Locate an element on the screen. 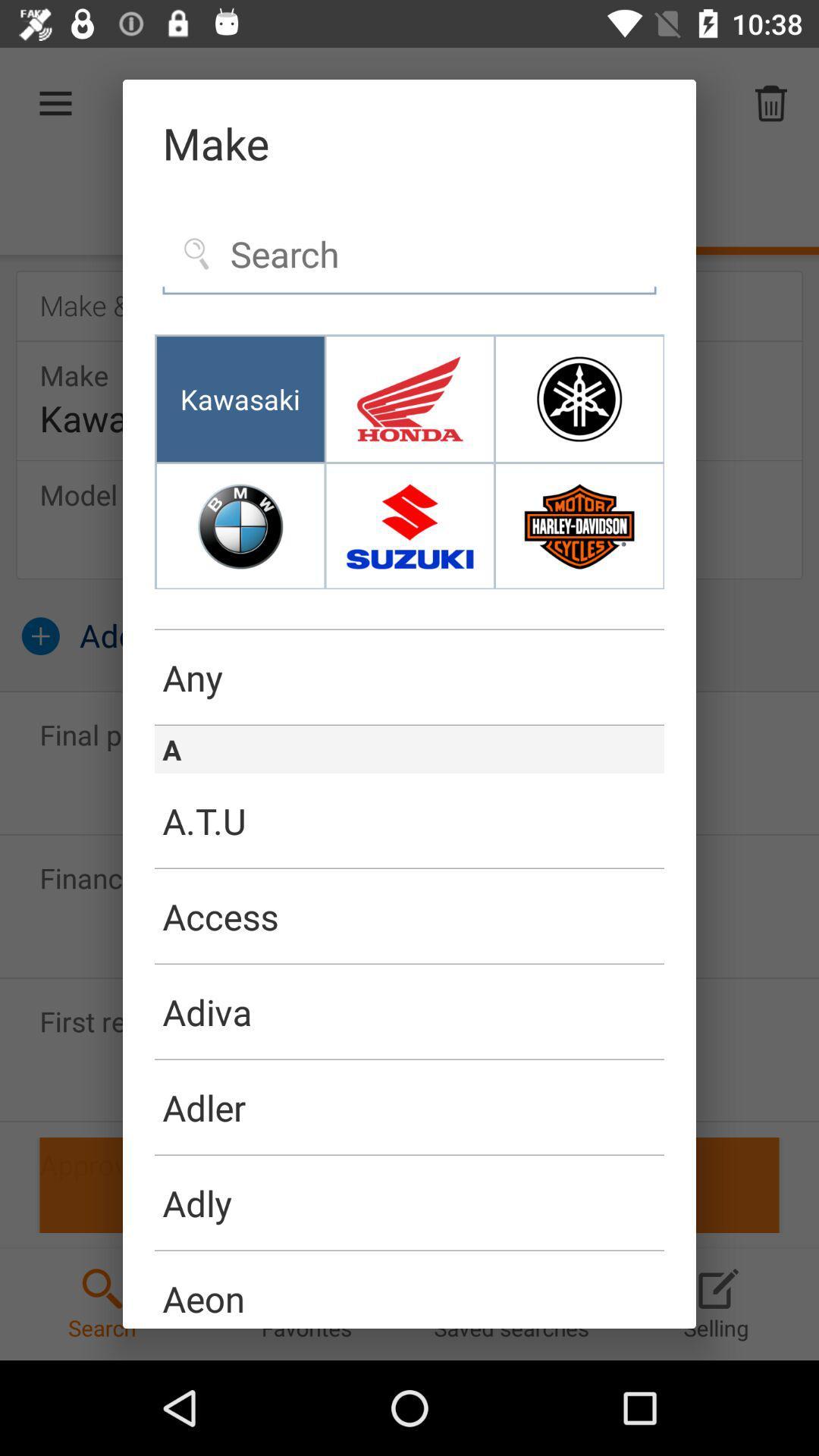  search bar is located at coordinates (409, 255).